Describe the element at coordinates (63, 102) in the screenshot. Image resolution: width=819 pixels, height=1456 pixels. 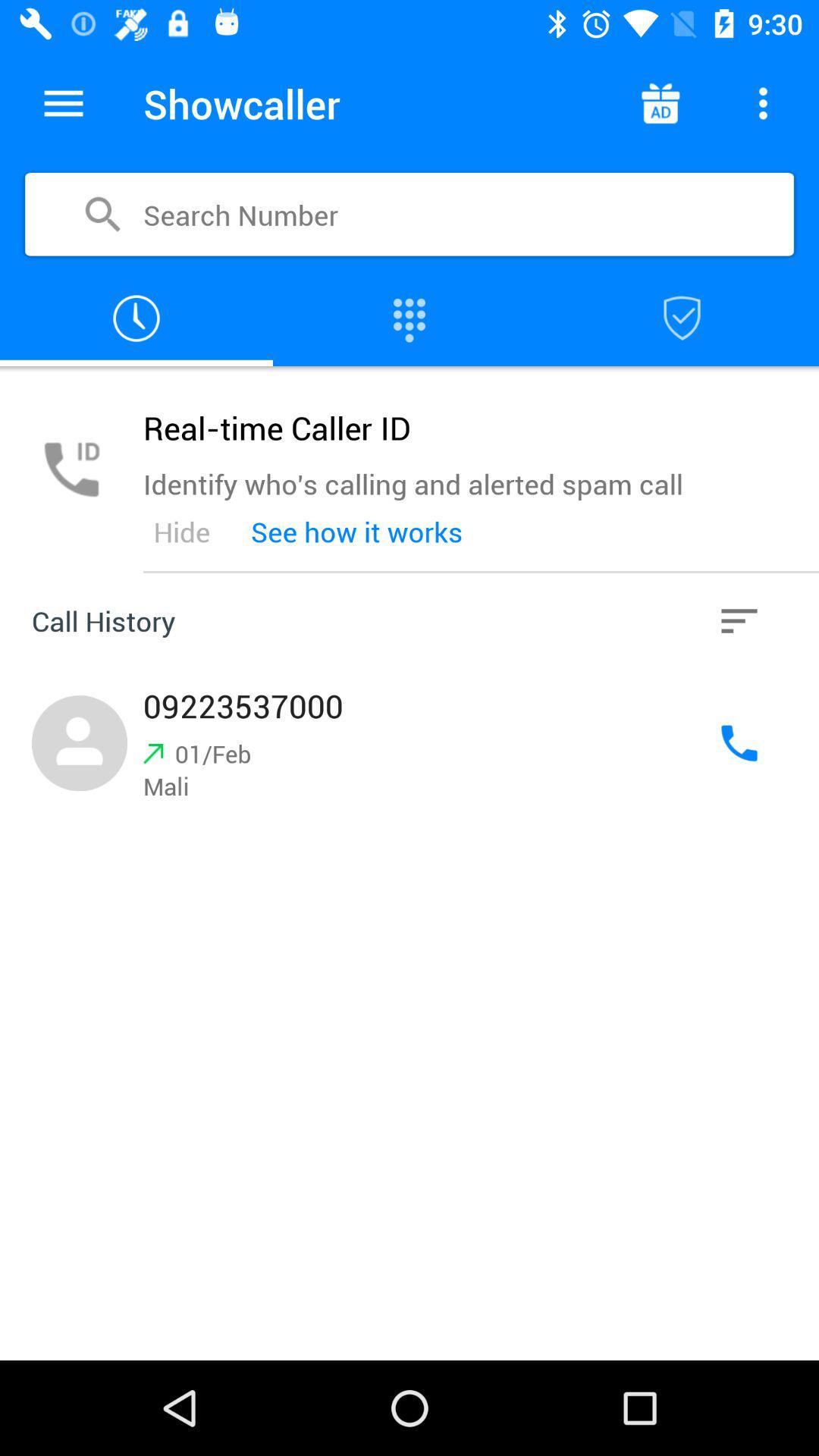
I see `open options tab` at that location.